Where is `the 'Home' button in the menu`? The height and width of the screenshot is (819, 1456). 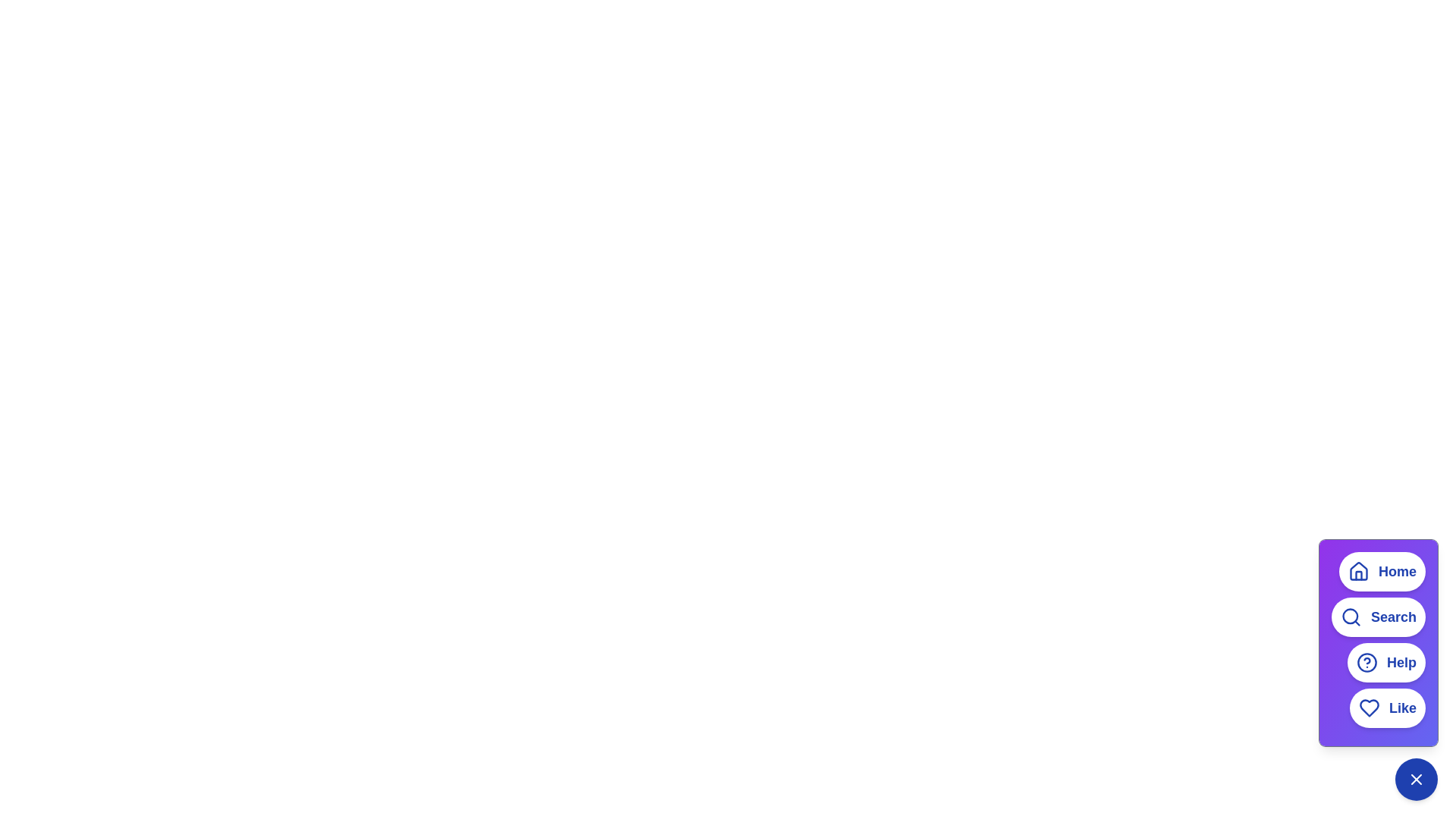
the 'Home' button in the menu is located at coordinates (1382, 571).